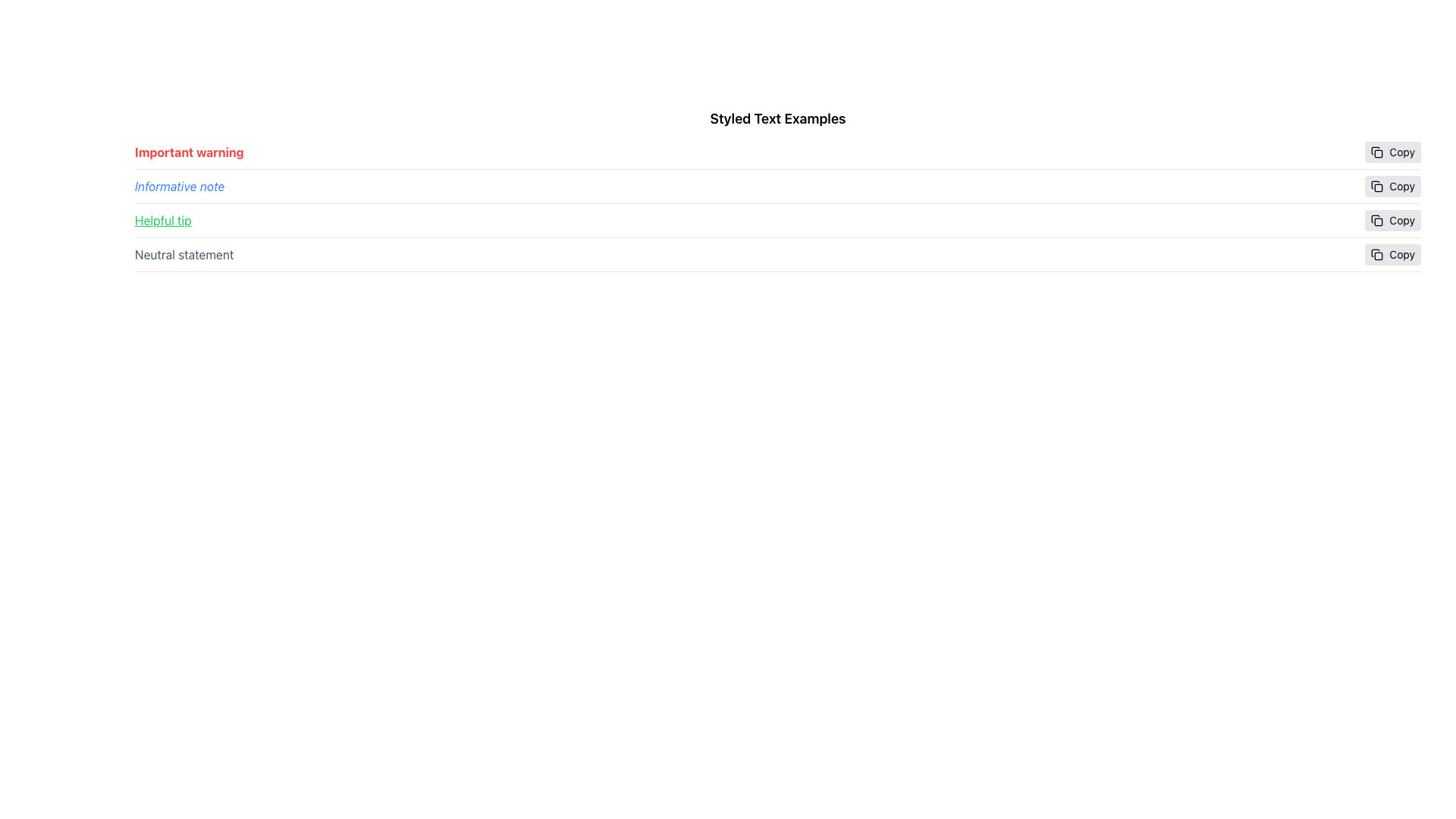  What do you see at coordinates (1379, 187) in the screenshot?
I see `the copy icon that contains a small rounded rectangle shape, located at the top-right of the interface, specifically associated with the 'Helpful tip' text entry` at bounding box center [1379, 187].